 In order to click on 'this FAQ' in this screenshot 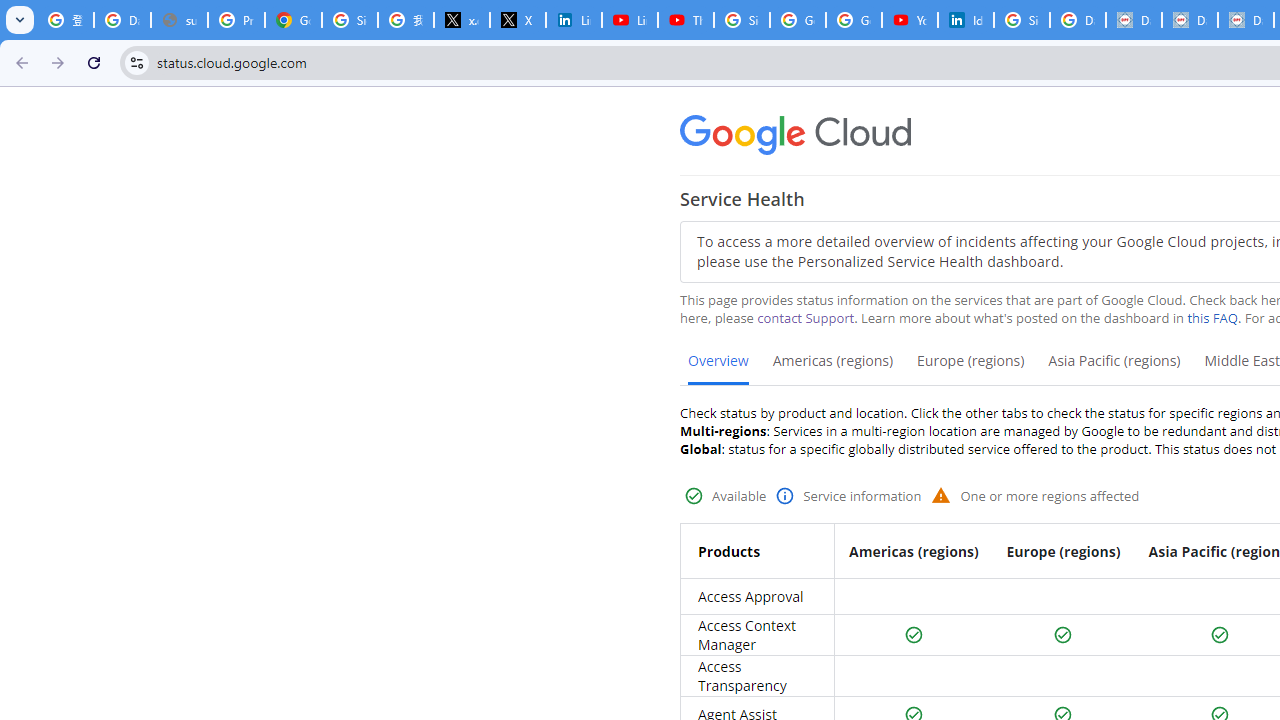, I will do `click(1211, 317)`.